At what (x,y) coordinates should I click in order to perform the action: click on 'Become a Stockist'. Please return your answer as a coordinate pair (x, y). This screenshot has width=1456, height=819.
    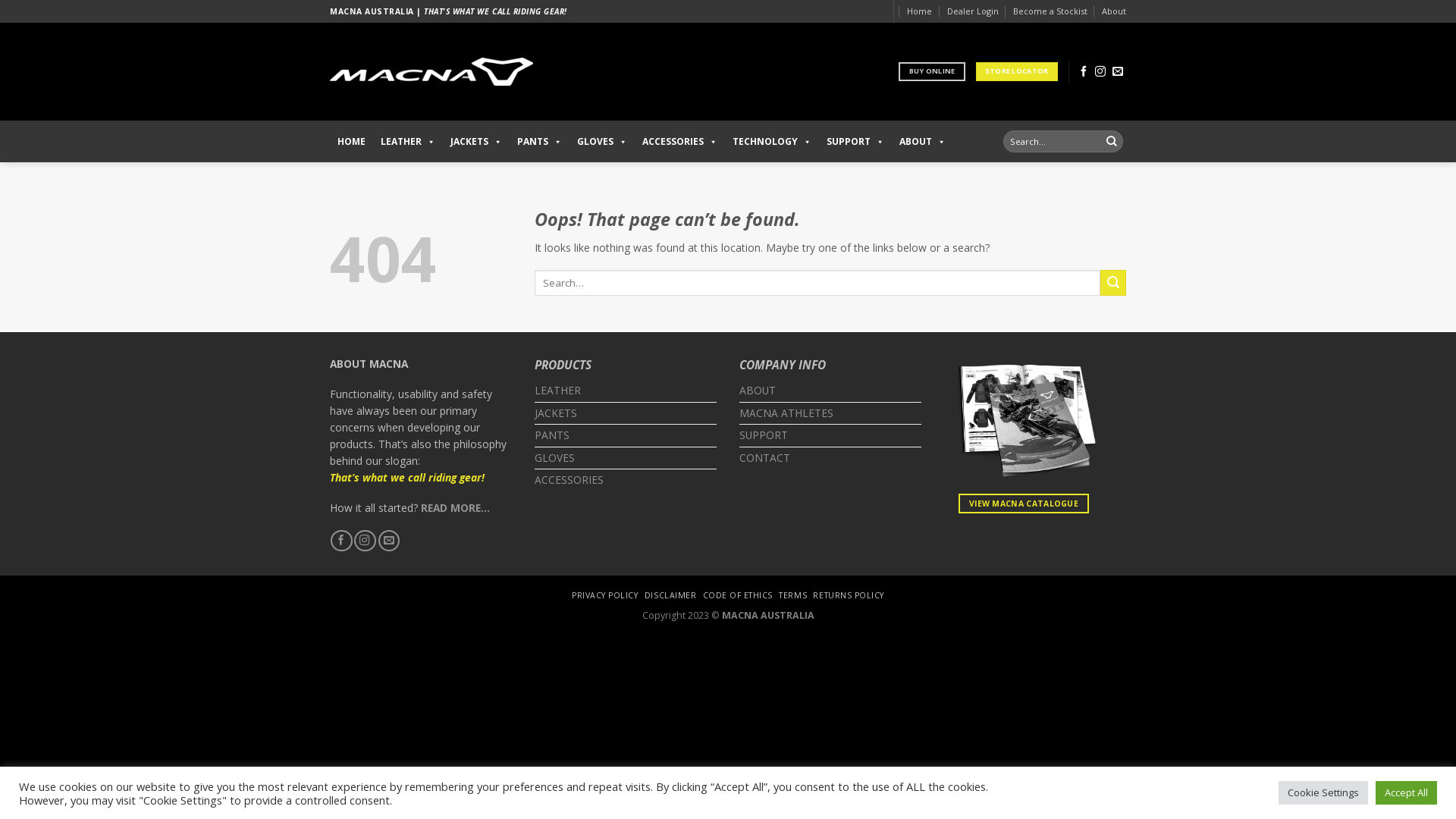
    Looking at the image, I should click on (1050, 11).